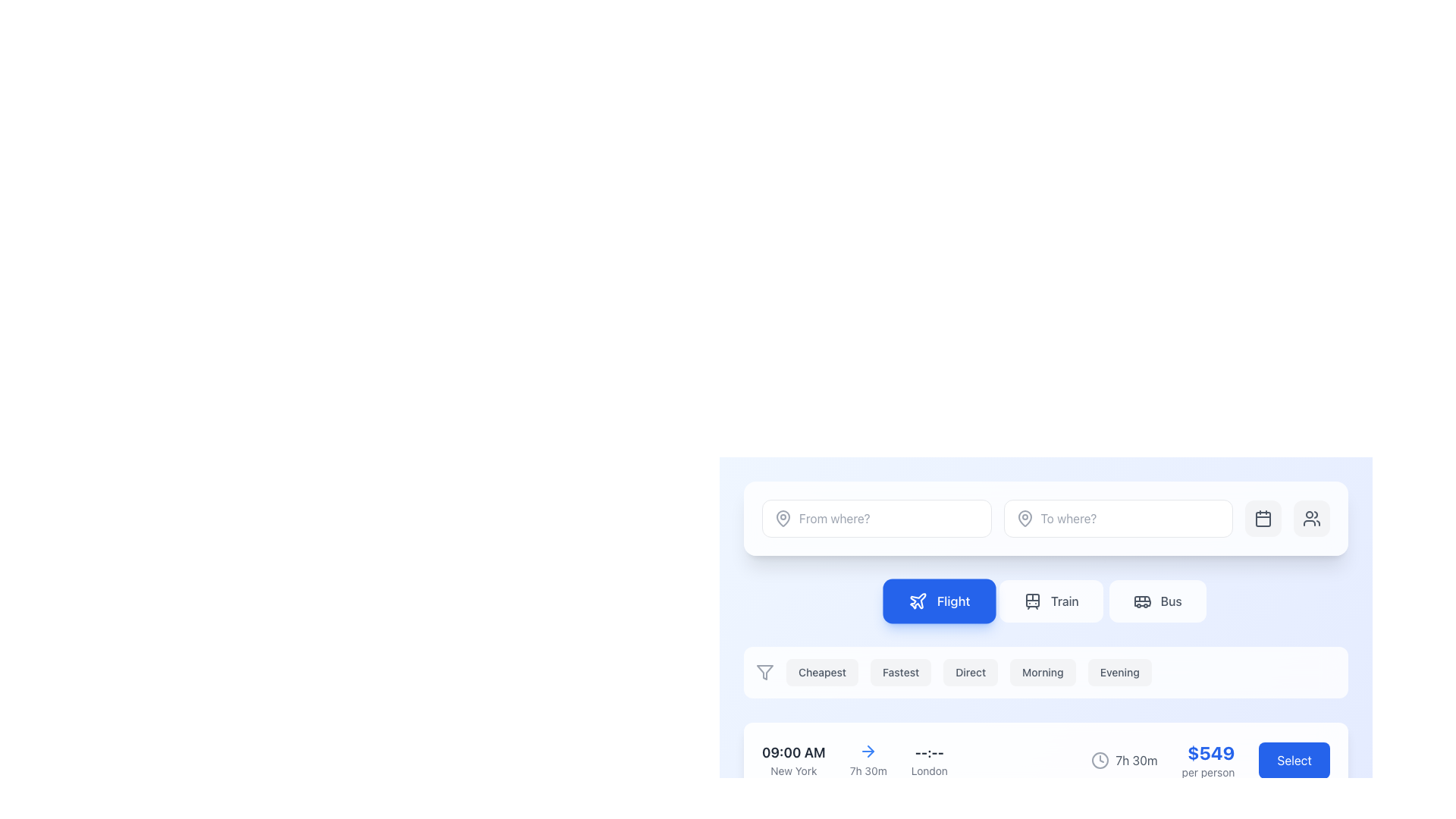 The image size is (1456, 819). Describe the element at coordinates (1100, 760) in the screenshot. I see `the circular outline of the clock icon, which is part of a row containing travel-related information near the duration label of '7h 30m'` at that location.